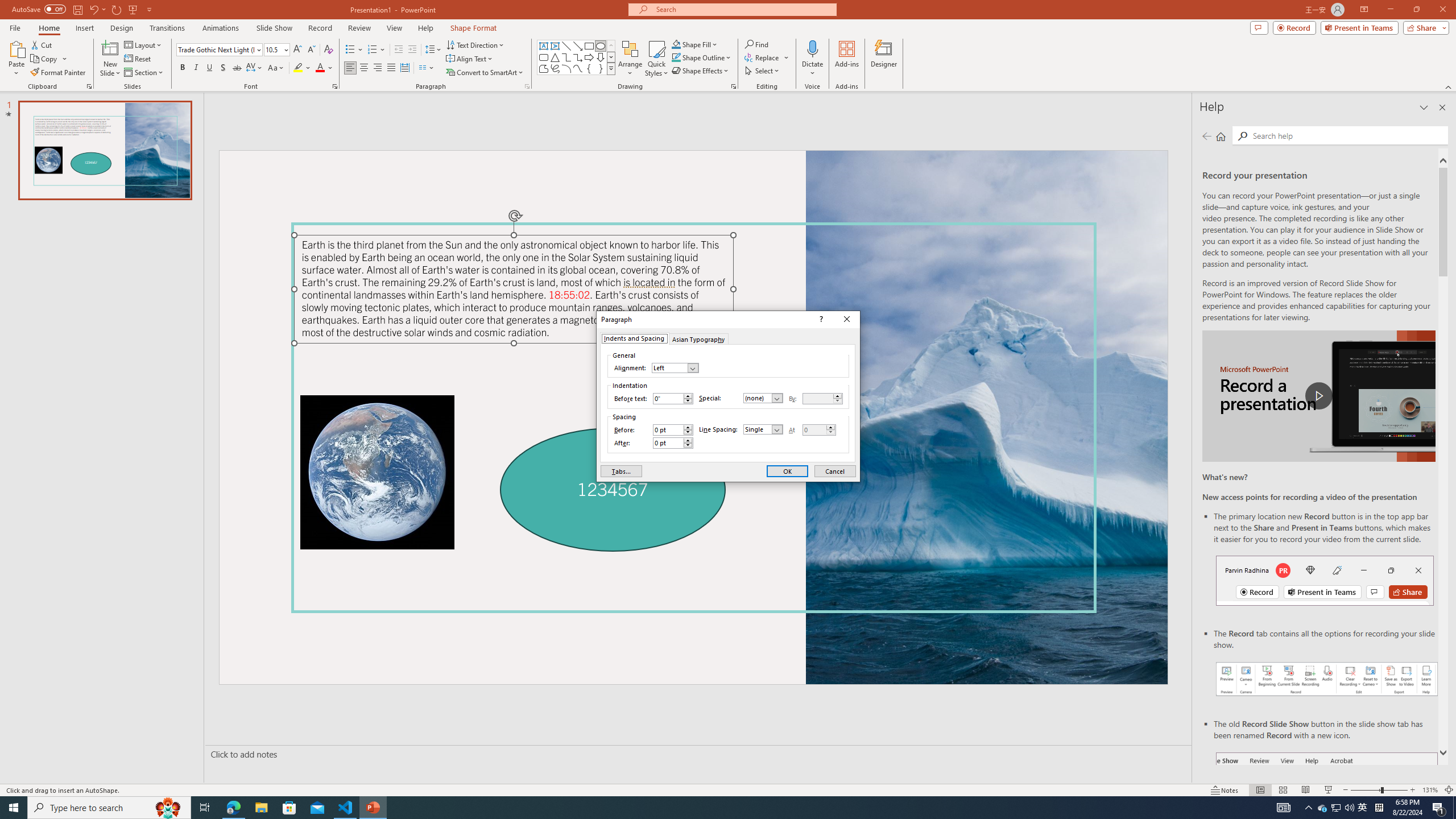 This screenshot has height=819, width=1456. Describe the element at coordinates (763, 397) in the screenshot. I see `'Special'` at that location.